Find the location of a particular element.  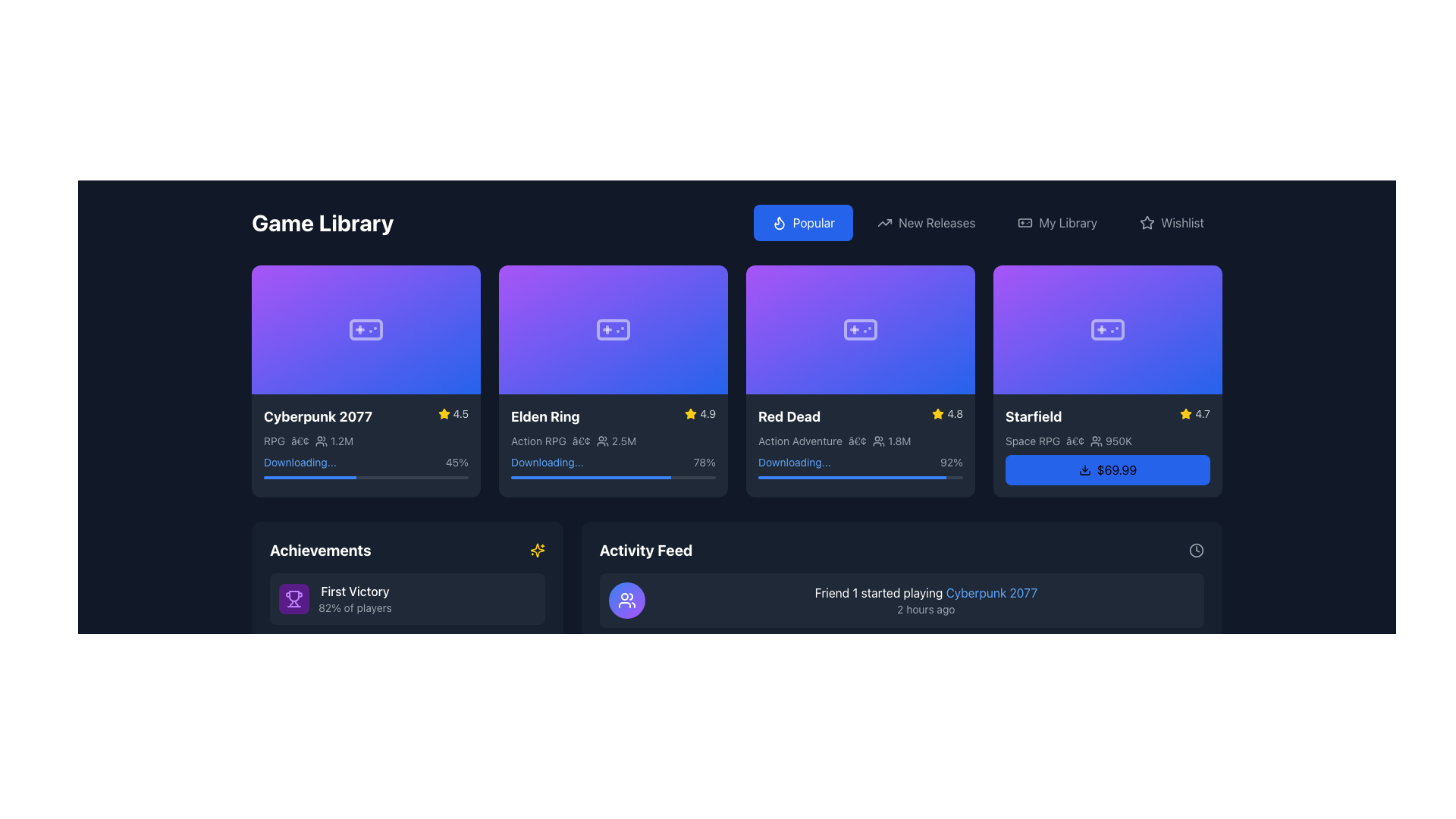

the gamepad icon in the upper portion of the 'Cyberpunk 2077' game card is located at coordinates (366, 328).